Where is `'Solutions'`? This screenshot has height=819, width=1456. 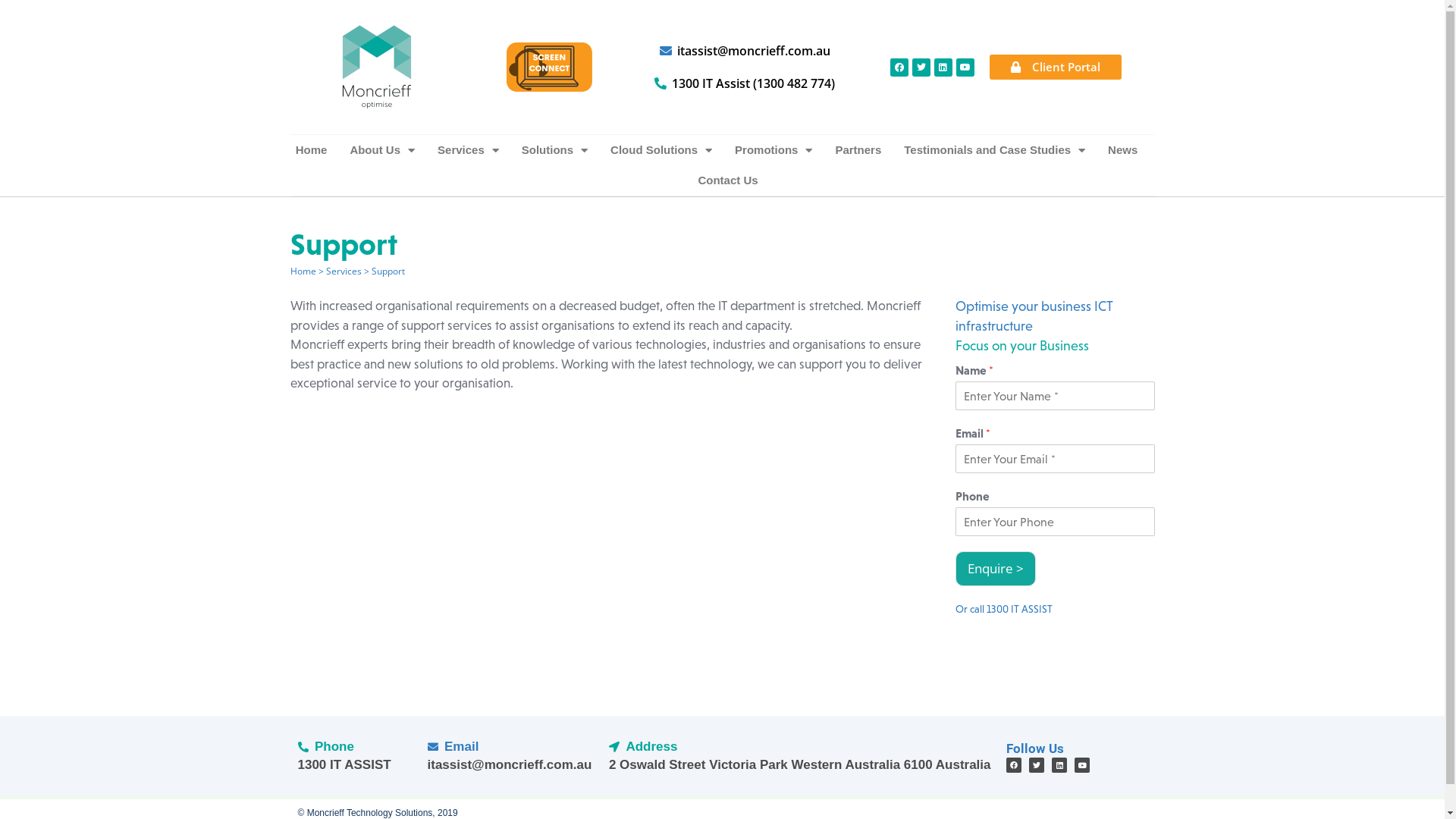
'Solutions' is located at coordinates (554, 149).